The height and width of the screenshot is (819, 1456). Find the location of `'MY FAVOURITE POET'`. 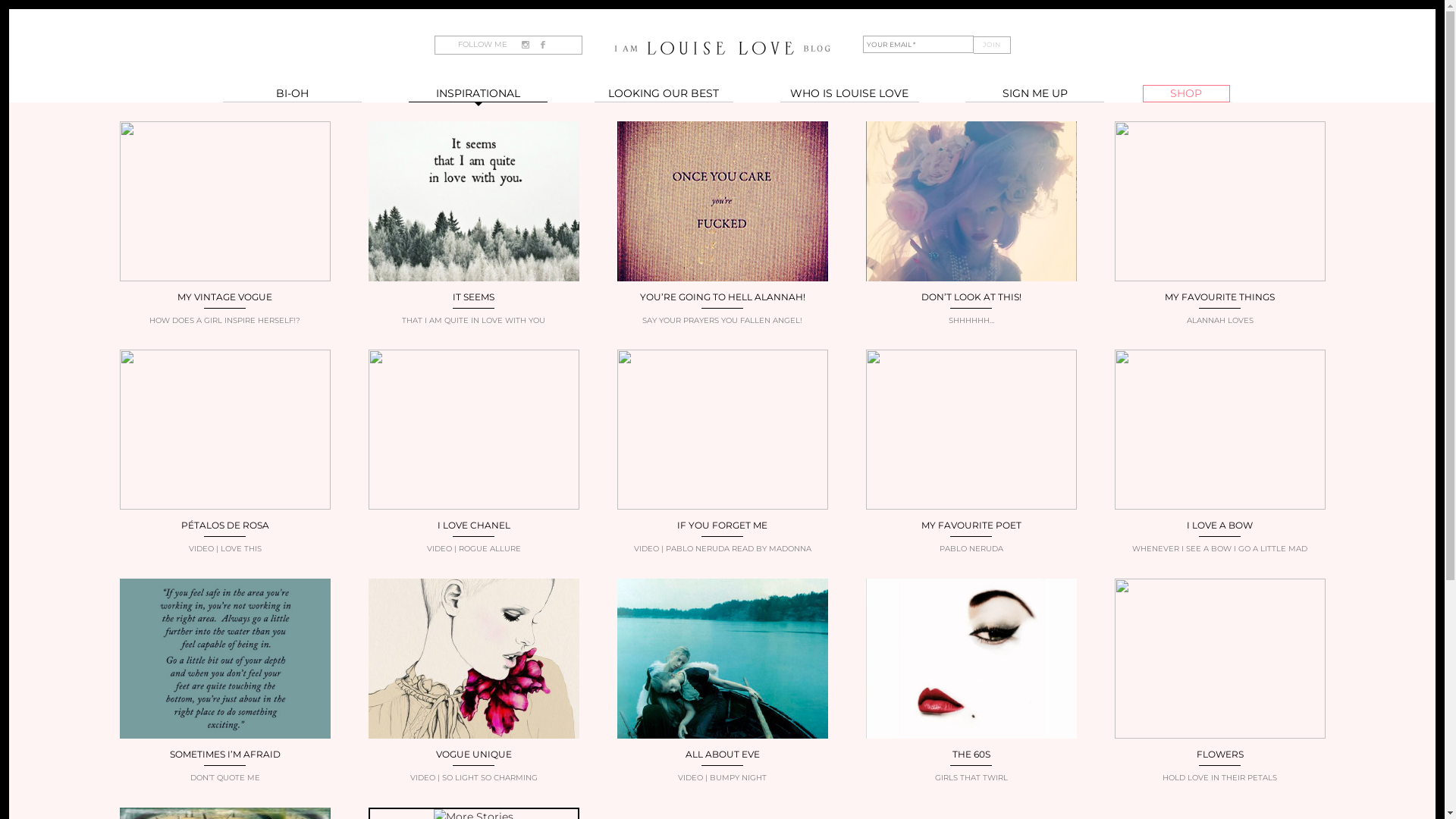

'MY FAVOURITE POET' is located at coordinates (971, 524).